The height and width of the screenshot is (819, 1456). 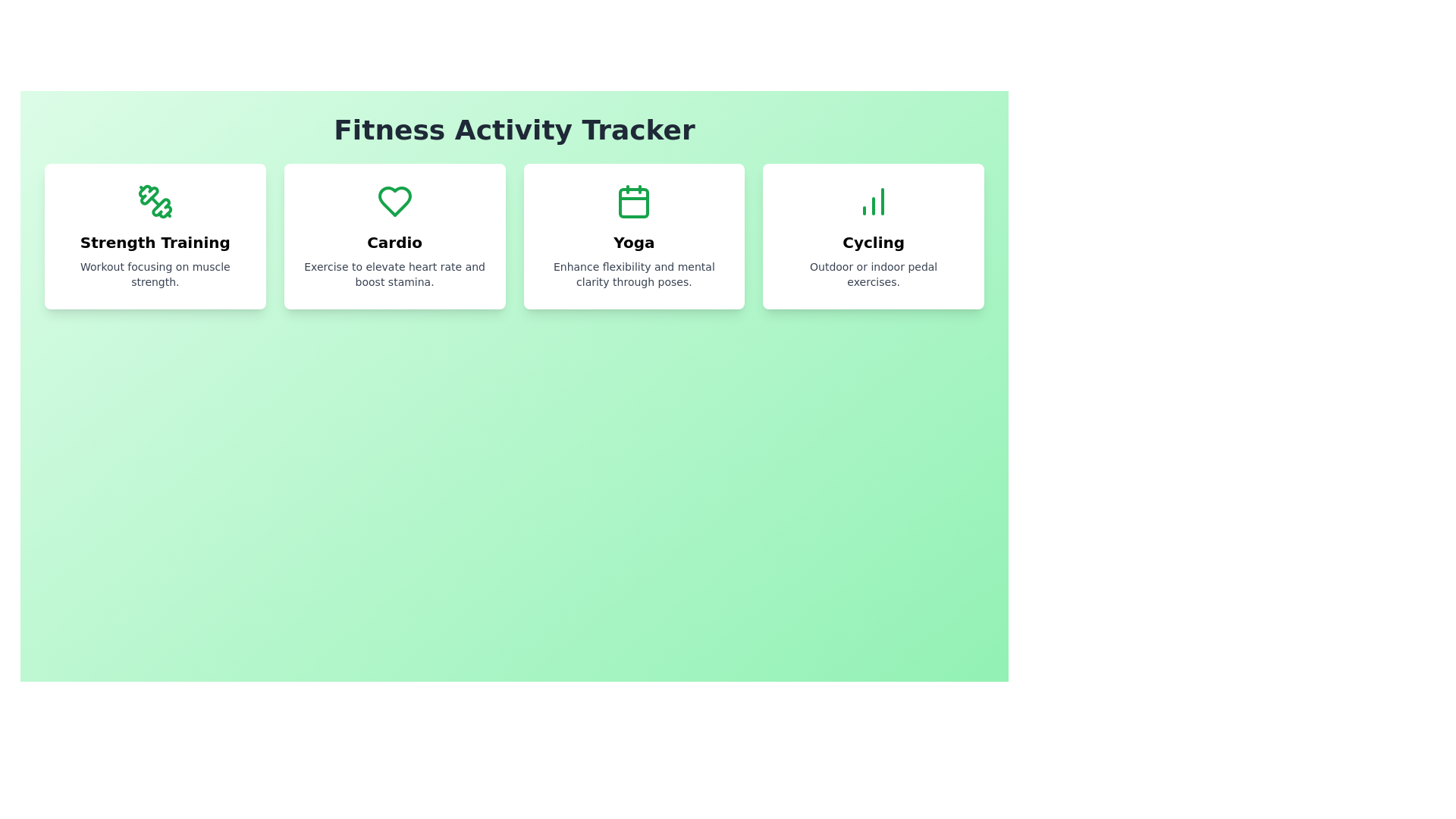 What do you see at coordinates (634, 275) in the screenshot?
I see `descriptive static text about the 'Yoga' activity located within the 'Yoga' card, positioned below the header 'Yoga' and the calendar icon` at bounding box center [634, 275].